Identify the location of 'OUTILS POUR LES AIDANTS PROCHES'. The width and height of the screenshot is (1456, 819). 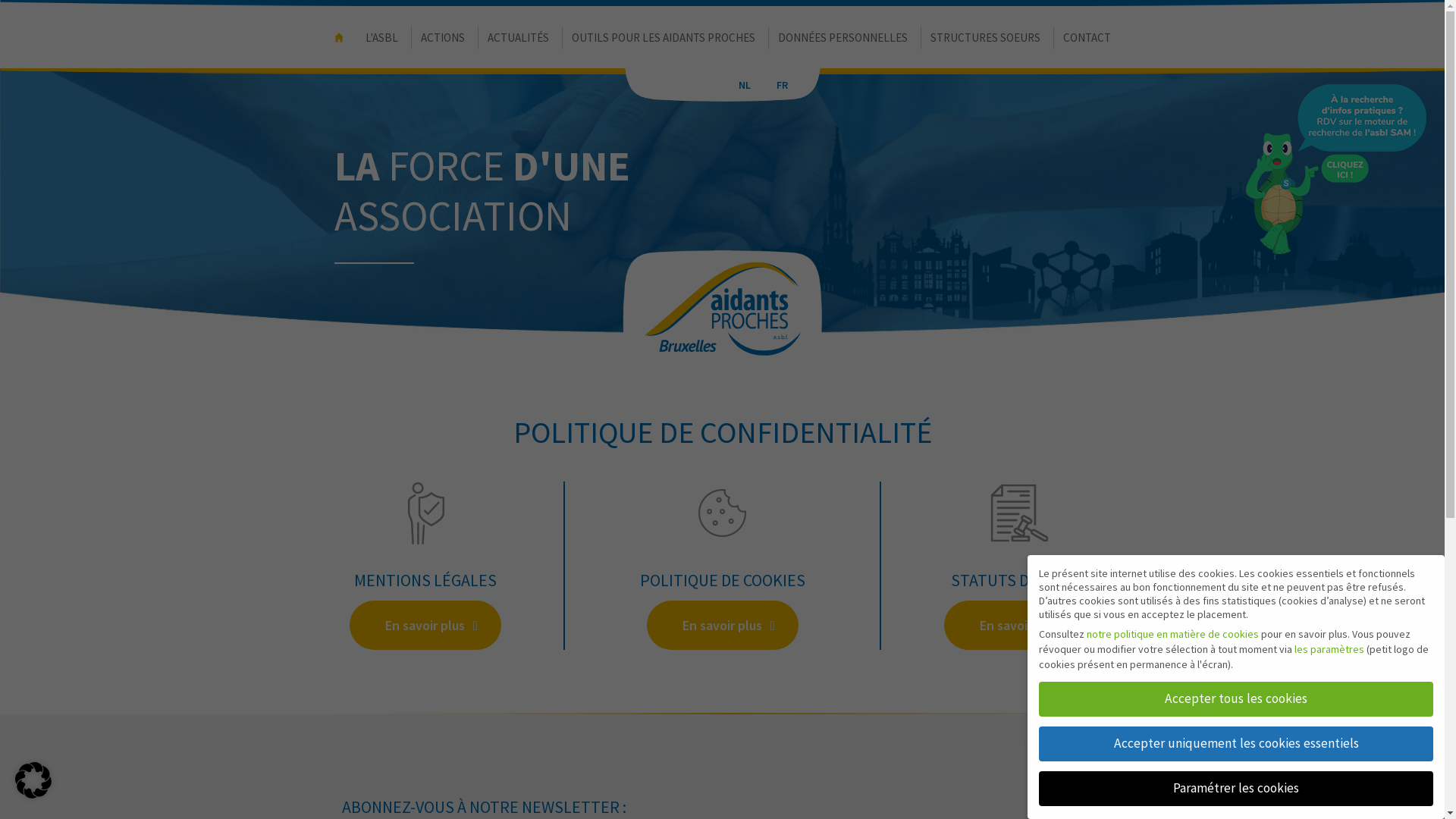
(663, 34).